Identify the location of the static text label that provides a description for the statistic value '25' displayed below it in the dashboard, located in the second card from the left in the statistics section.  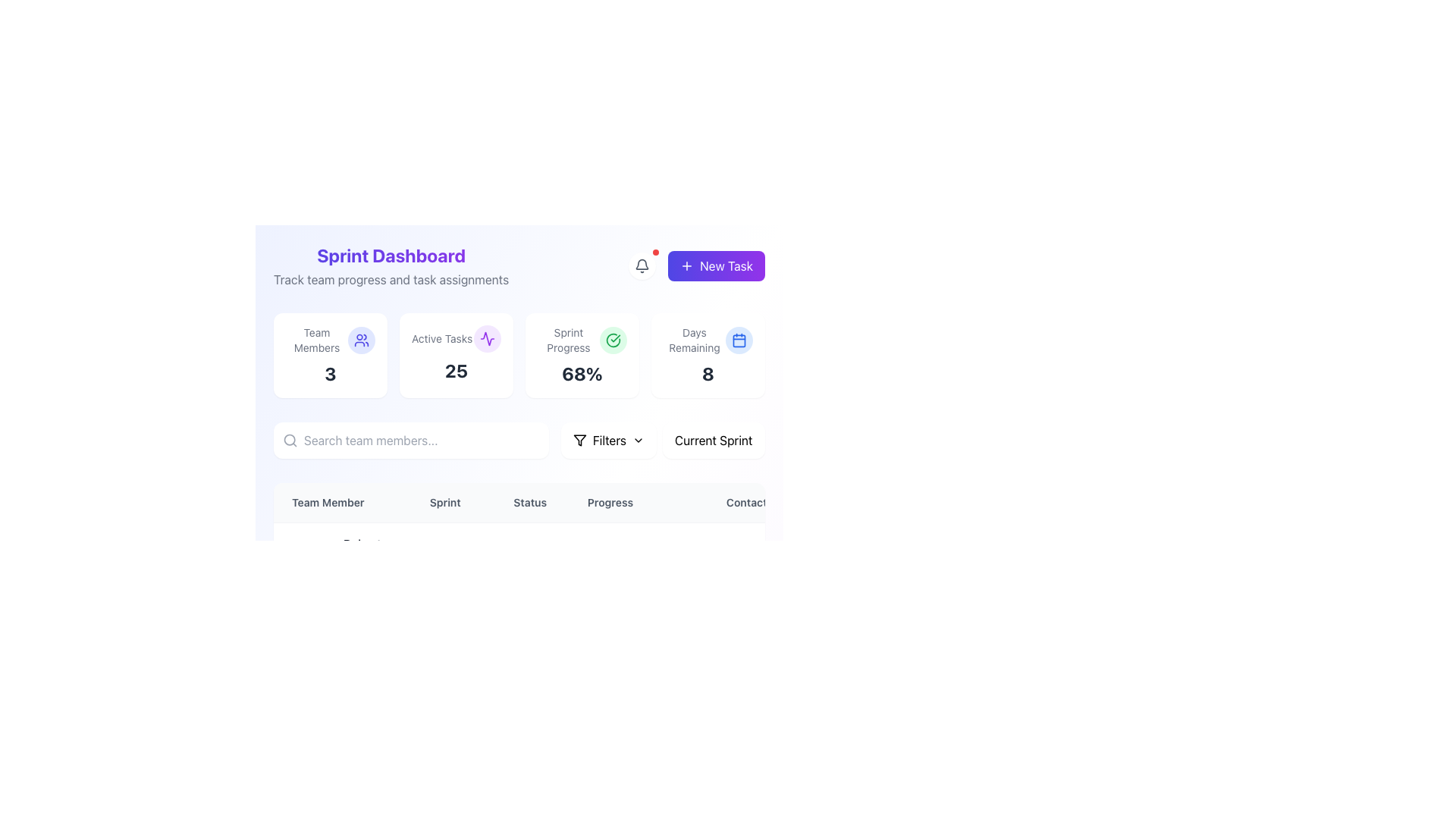
(441, 338).